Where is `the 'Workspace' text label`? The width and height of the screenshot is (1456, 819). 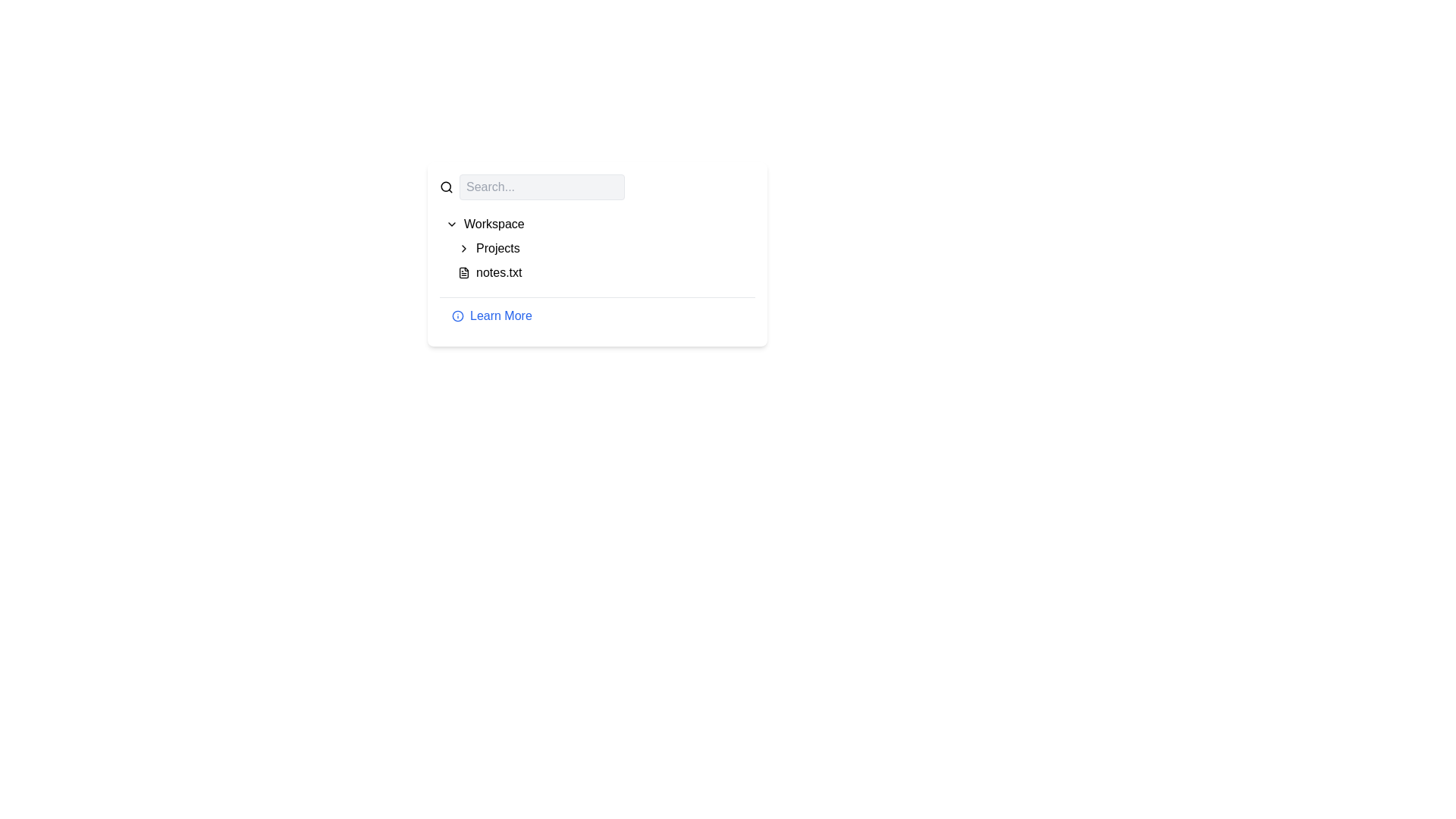 the 'Workspace' text label is located at coordinates (494, 224).